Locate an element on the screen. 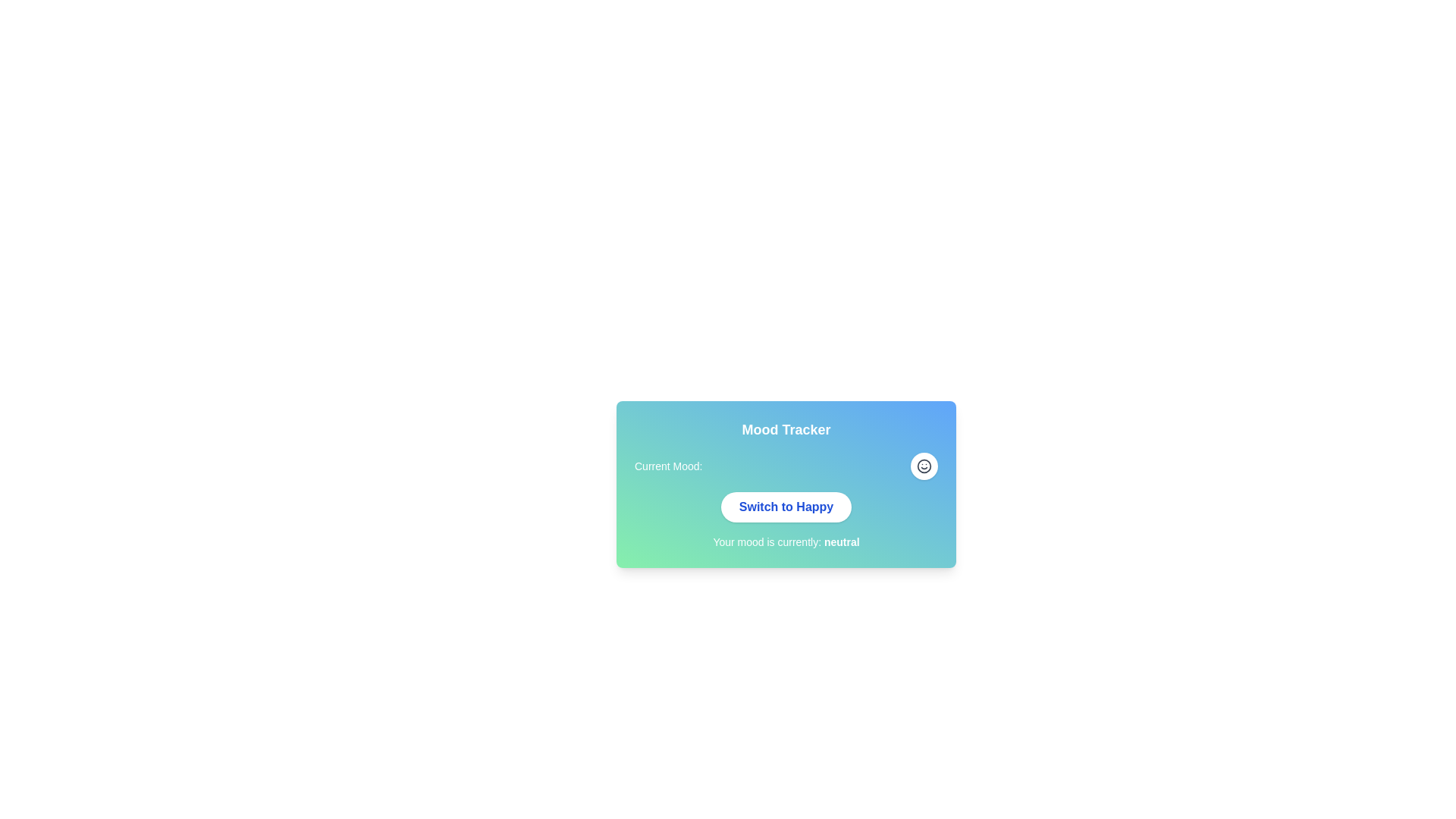 Image resolution: width=1456 pixels, height=819 pixels. the rounded button labeled 'Switch to Happy' is located at coordinates (786, 507).